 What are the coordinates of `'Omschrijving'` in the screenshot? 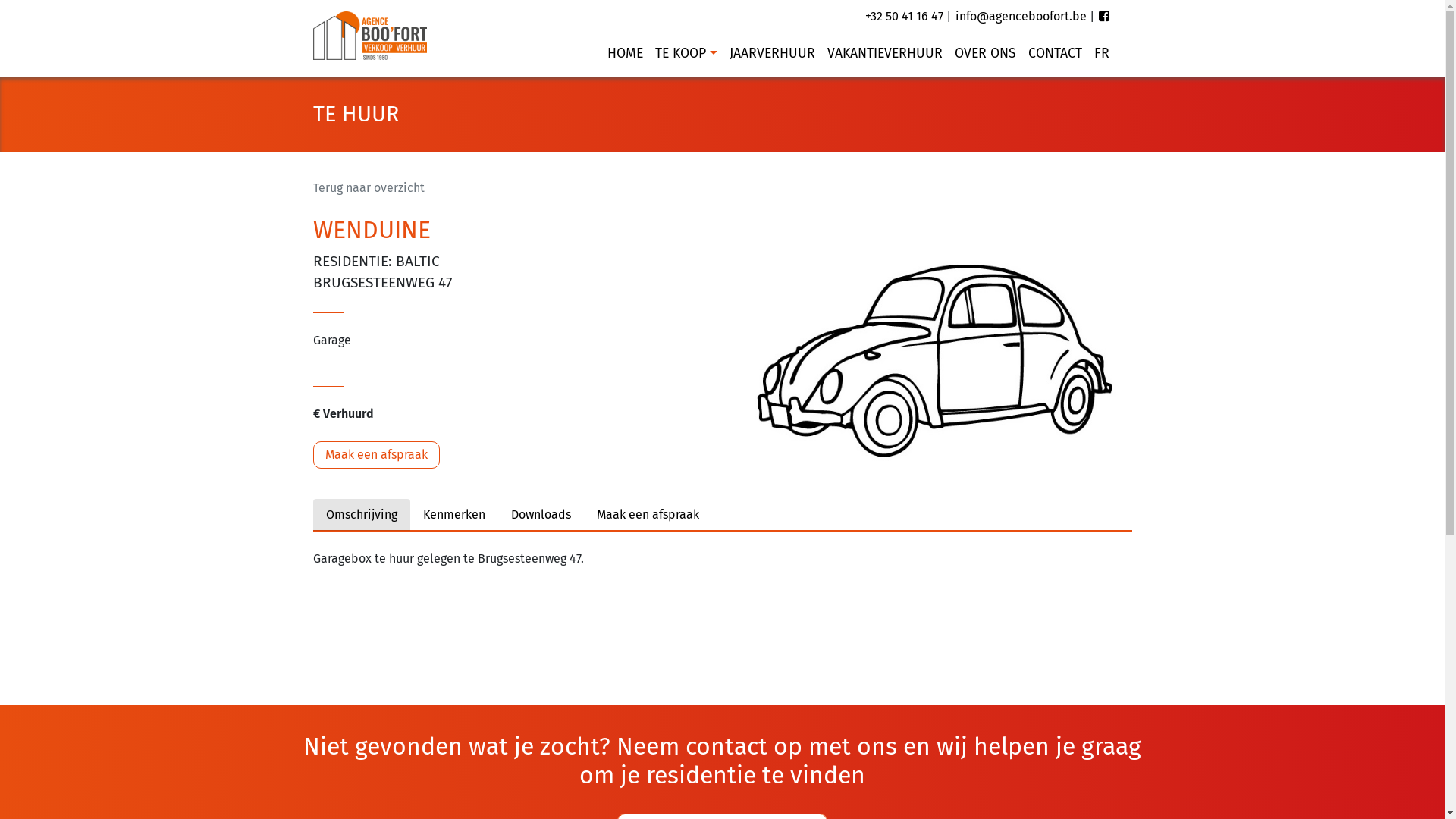 It's located at (359, 513).